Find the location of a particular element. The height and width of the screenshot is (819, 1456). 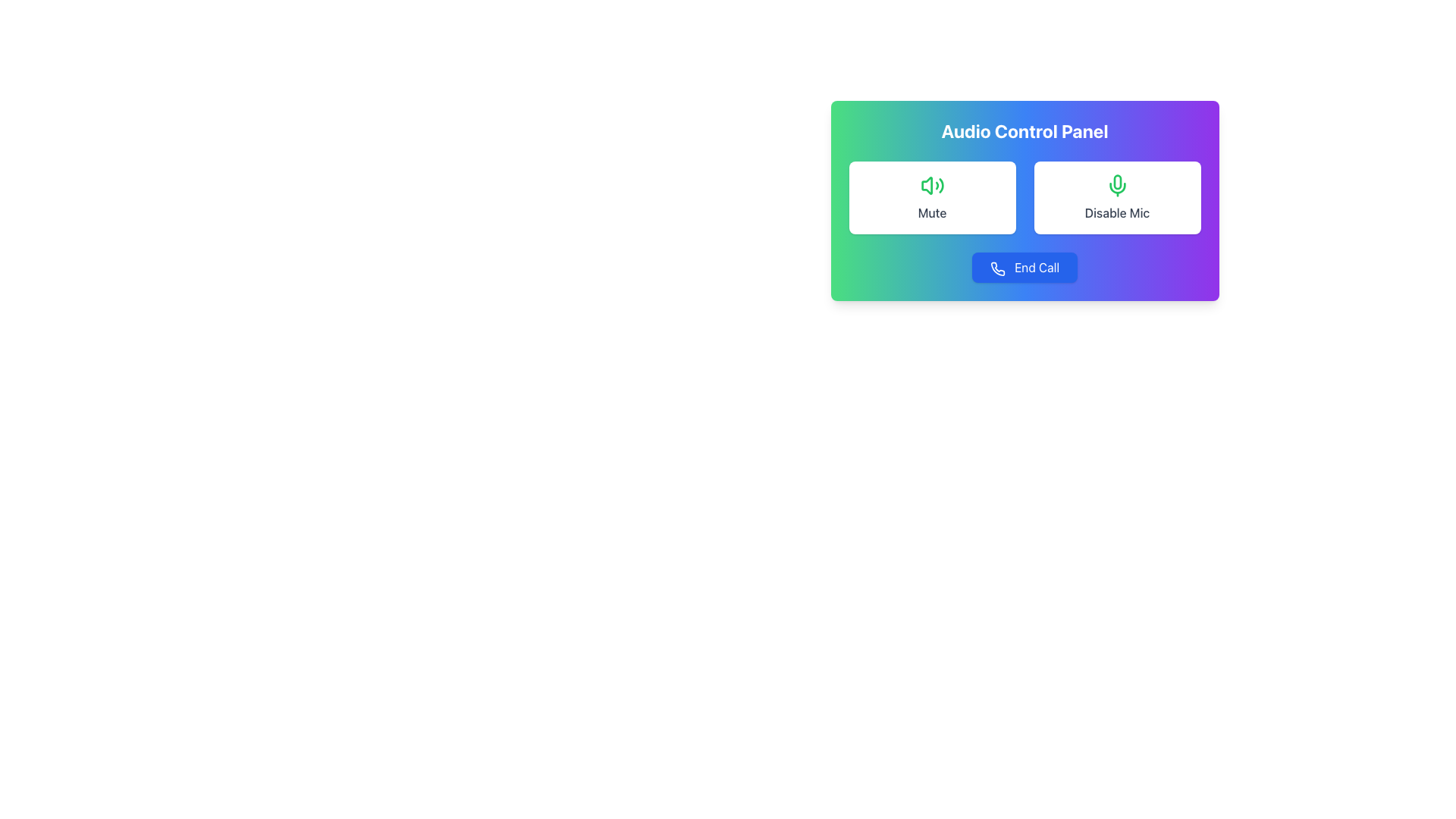

the 'Mute' text label, which is styled in medium-weight gray font and is positioned below the audio control icon in the Audio Control Panel interface is located at coordinates (931, 213).